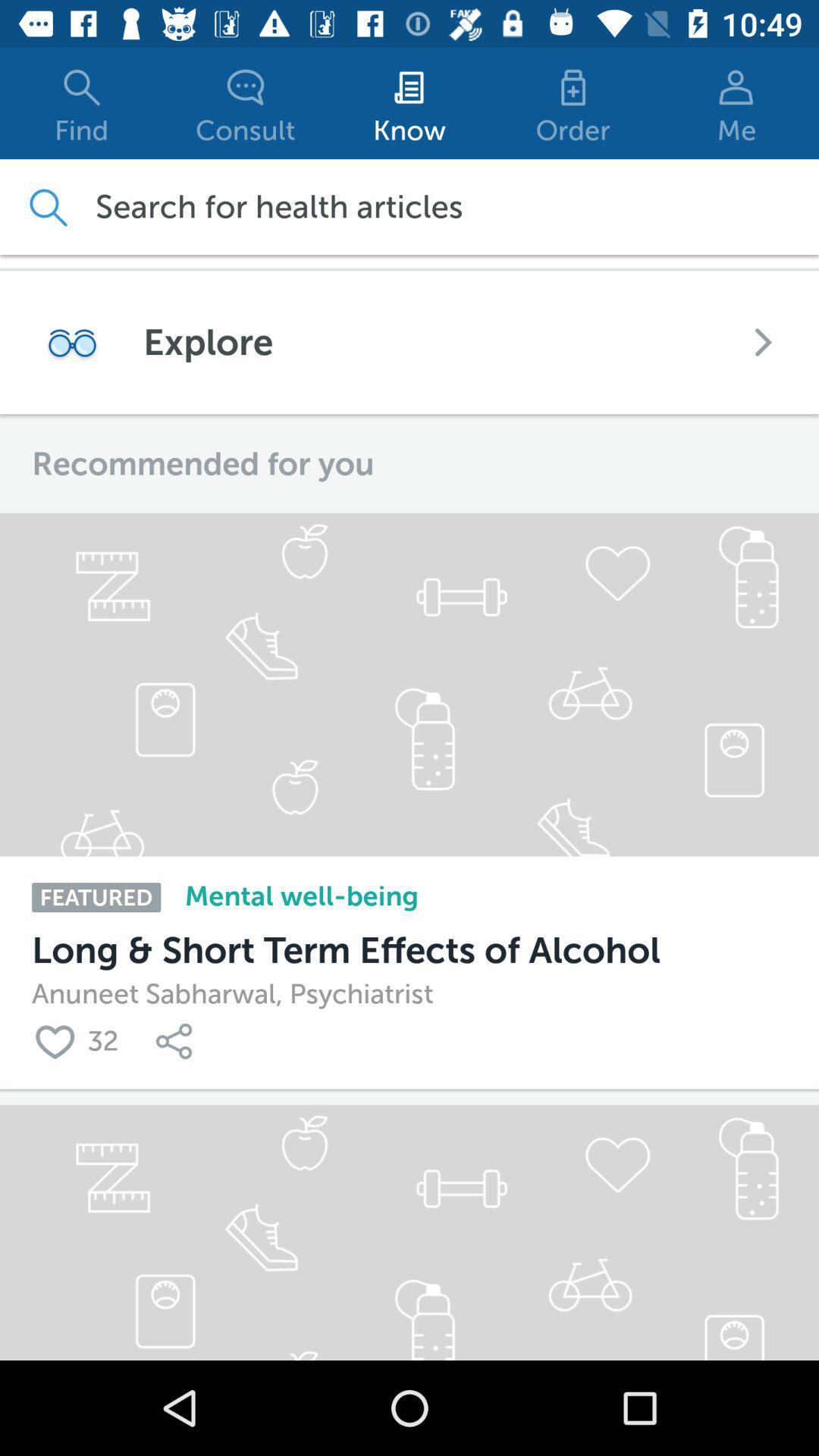 The image size is (819, 1456). Describe the element at coordinates (58, 1040) in the screenshot. I see `this article` at that location.